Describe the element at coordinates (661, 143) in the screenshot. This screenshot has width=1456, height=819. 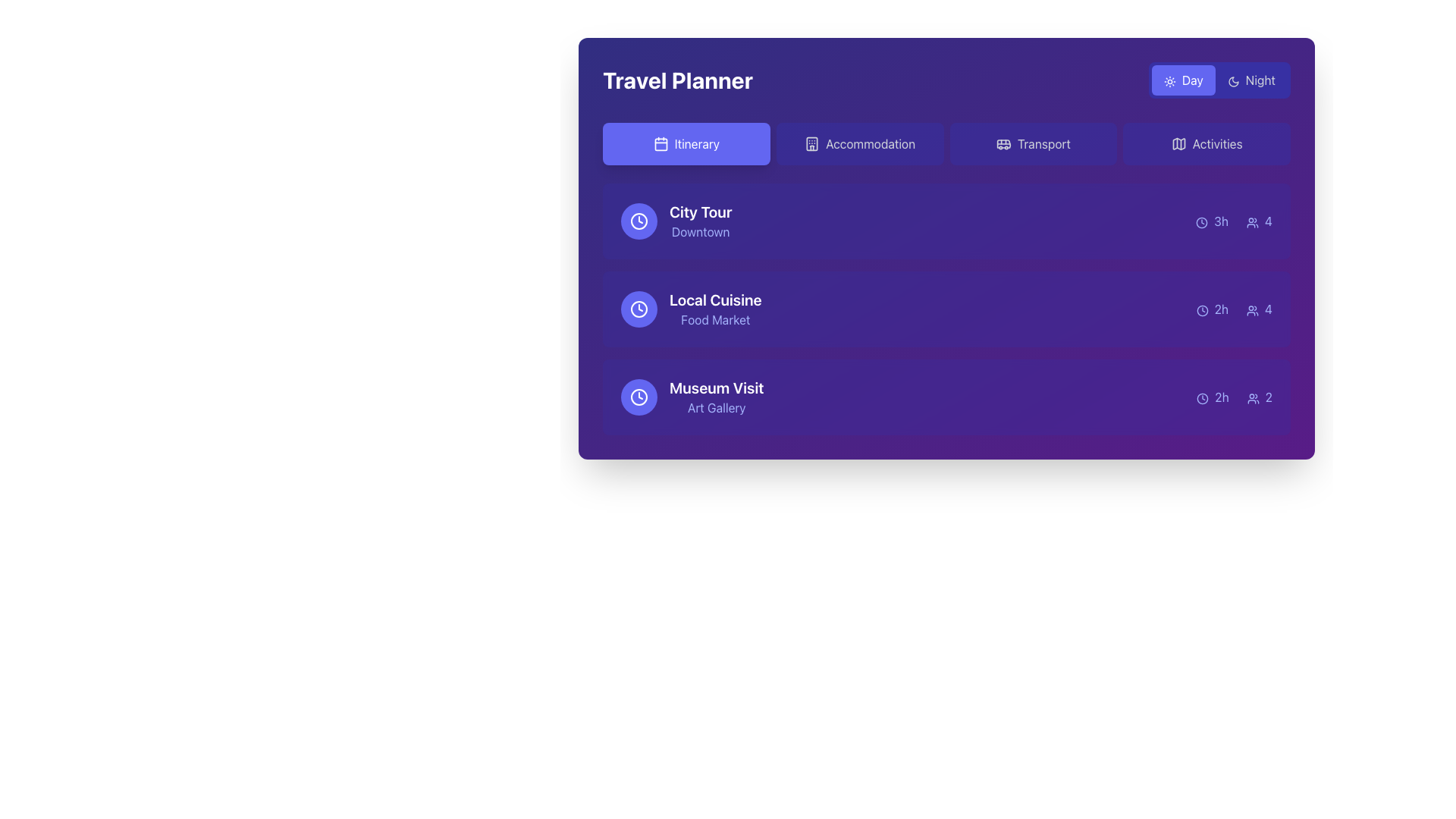
I see `the calendar icon located within the prominently styled 'Itinerary' button in the navigation section` at that location.